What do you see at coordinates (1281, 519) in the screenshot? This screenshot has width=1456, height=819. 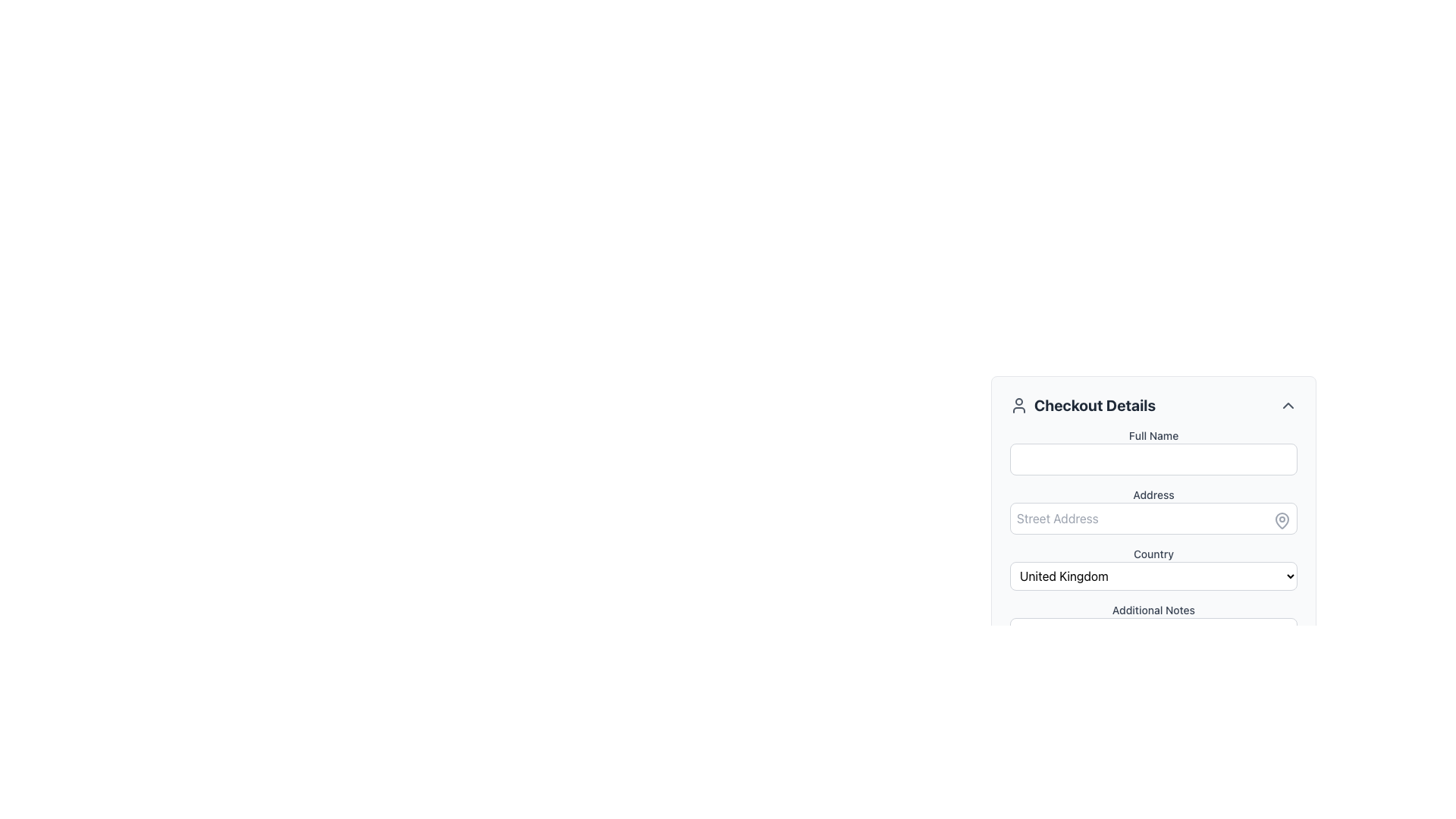 I see `the decorative pin icon located to the right of the 'Street Address' input field in the 'Checkout Details' form` at bounding box center [1281, 519].